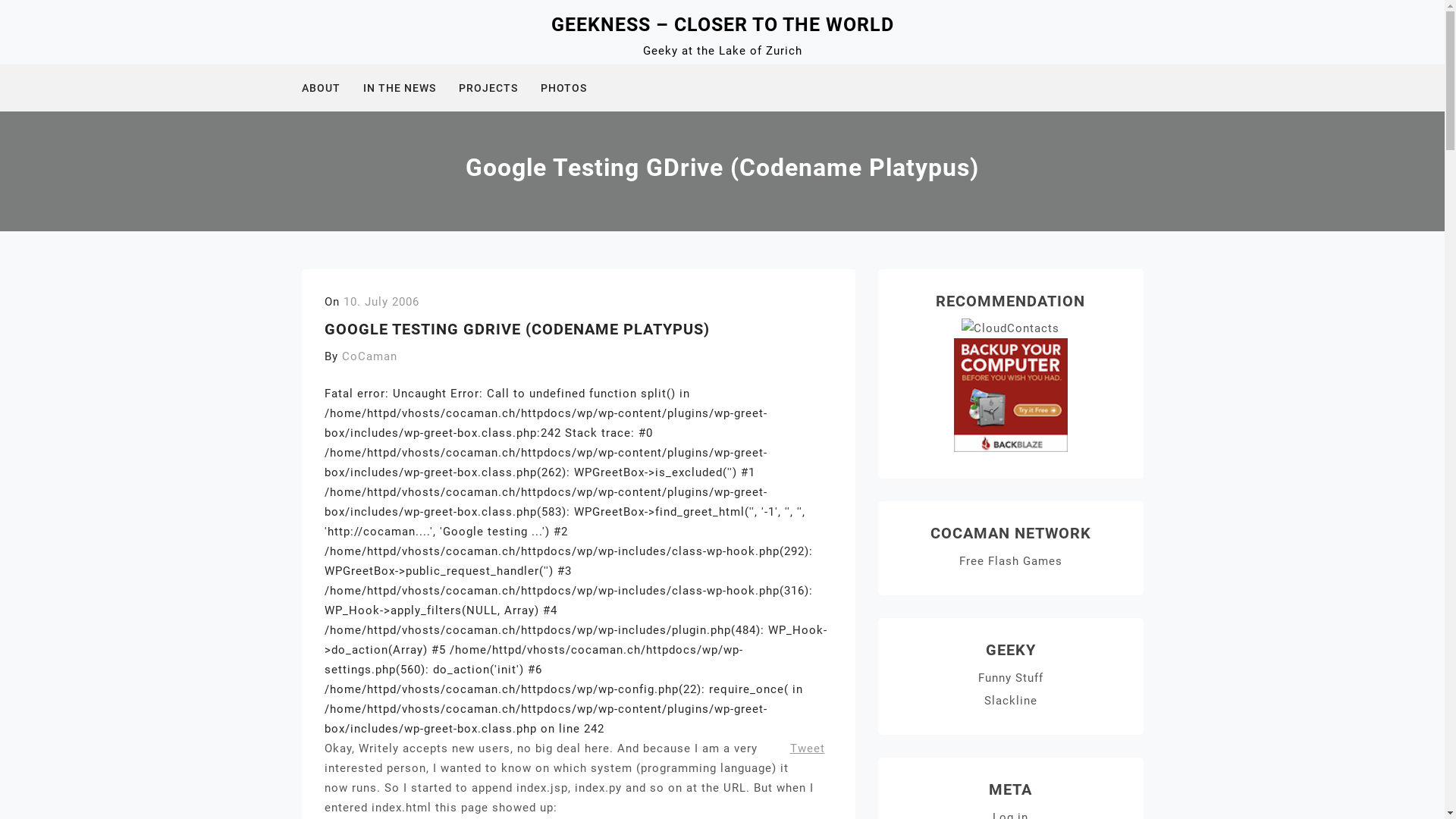  What do you see at coordinates (362, 87) in the screenshot?
I see `'IN THE NEWS'` at bounding box center [362, 87].